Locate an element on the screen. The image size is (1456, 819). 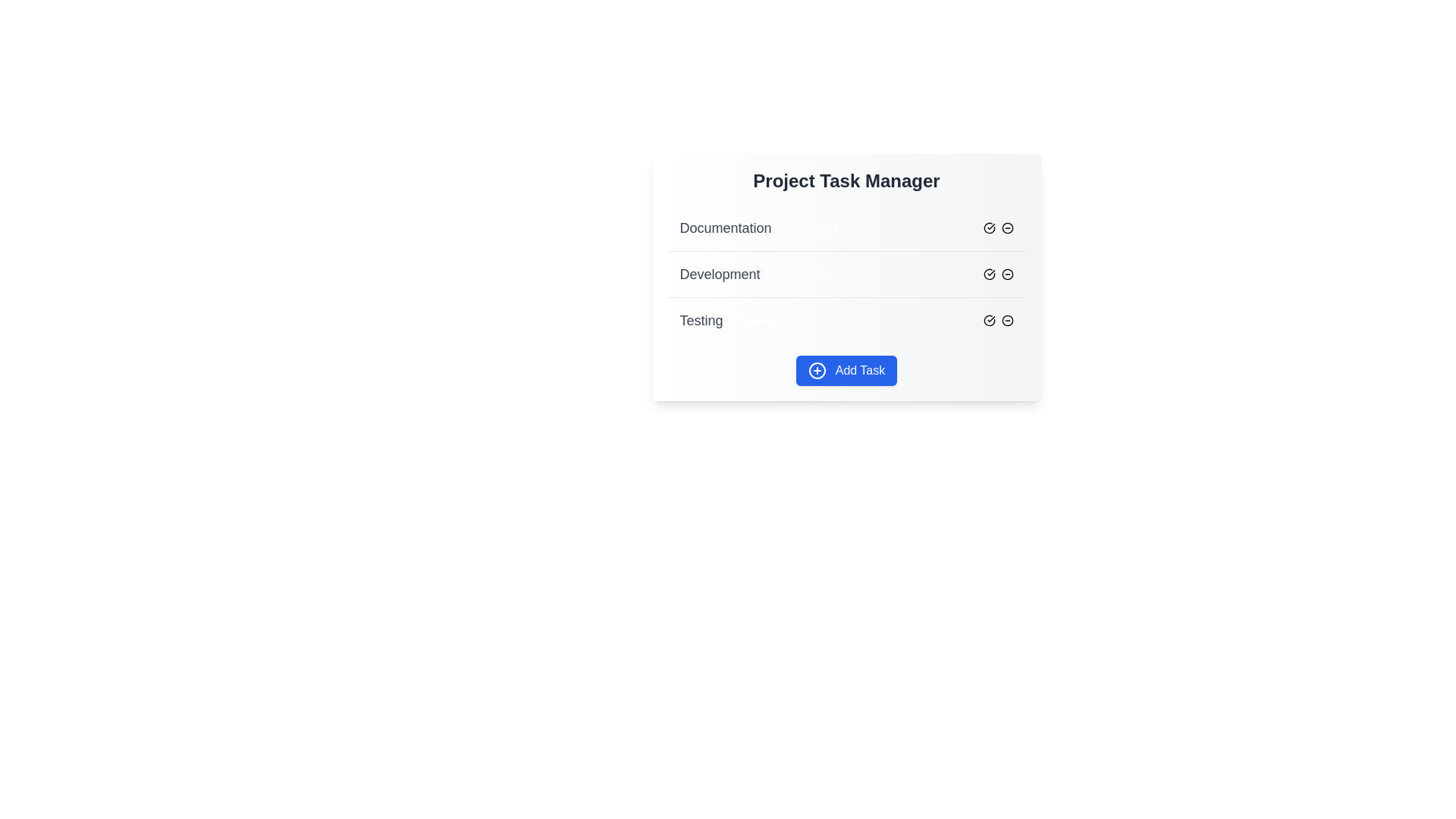
the Icon Button with a checkmark indicating completion, located to the right of the 'Documentation' task title is located at coordinates (989, 227).